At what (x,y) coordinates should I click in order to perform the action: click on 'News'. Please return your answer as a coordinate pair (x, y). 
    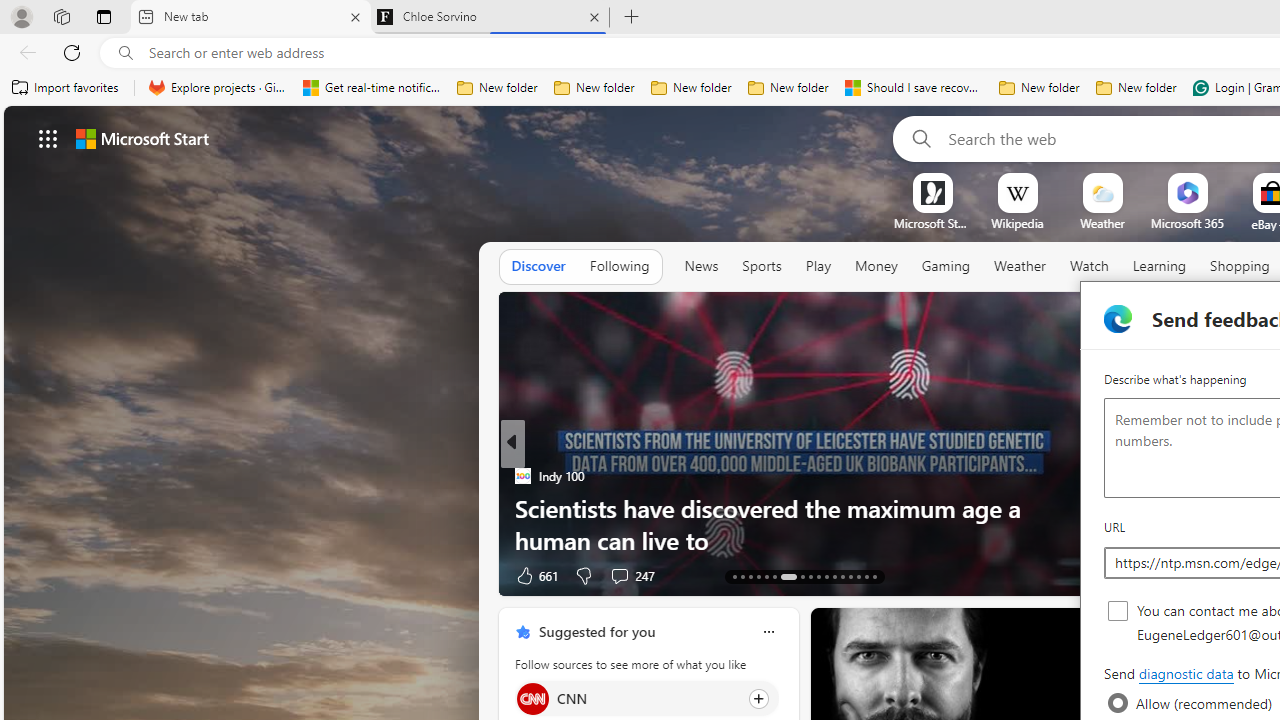
    Looking at the image, I should click on (701, 266).